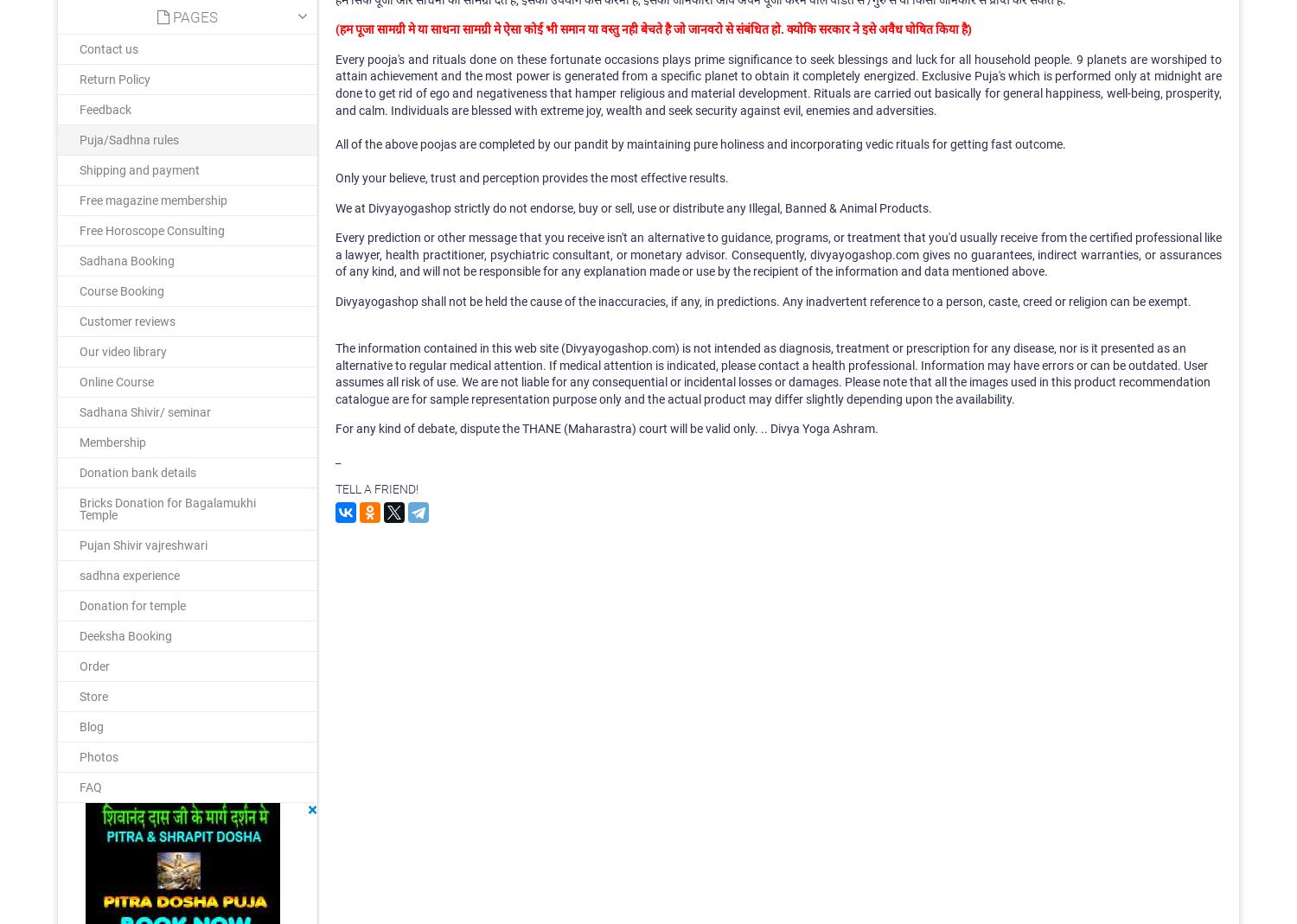  Describe the element at coordinates (78, 259) in the screenshot. I see `'Sadhana Booking'` at that location.